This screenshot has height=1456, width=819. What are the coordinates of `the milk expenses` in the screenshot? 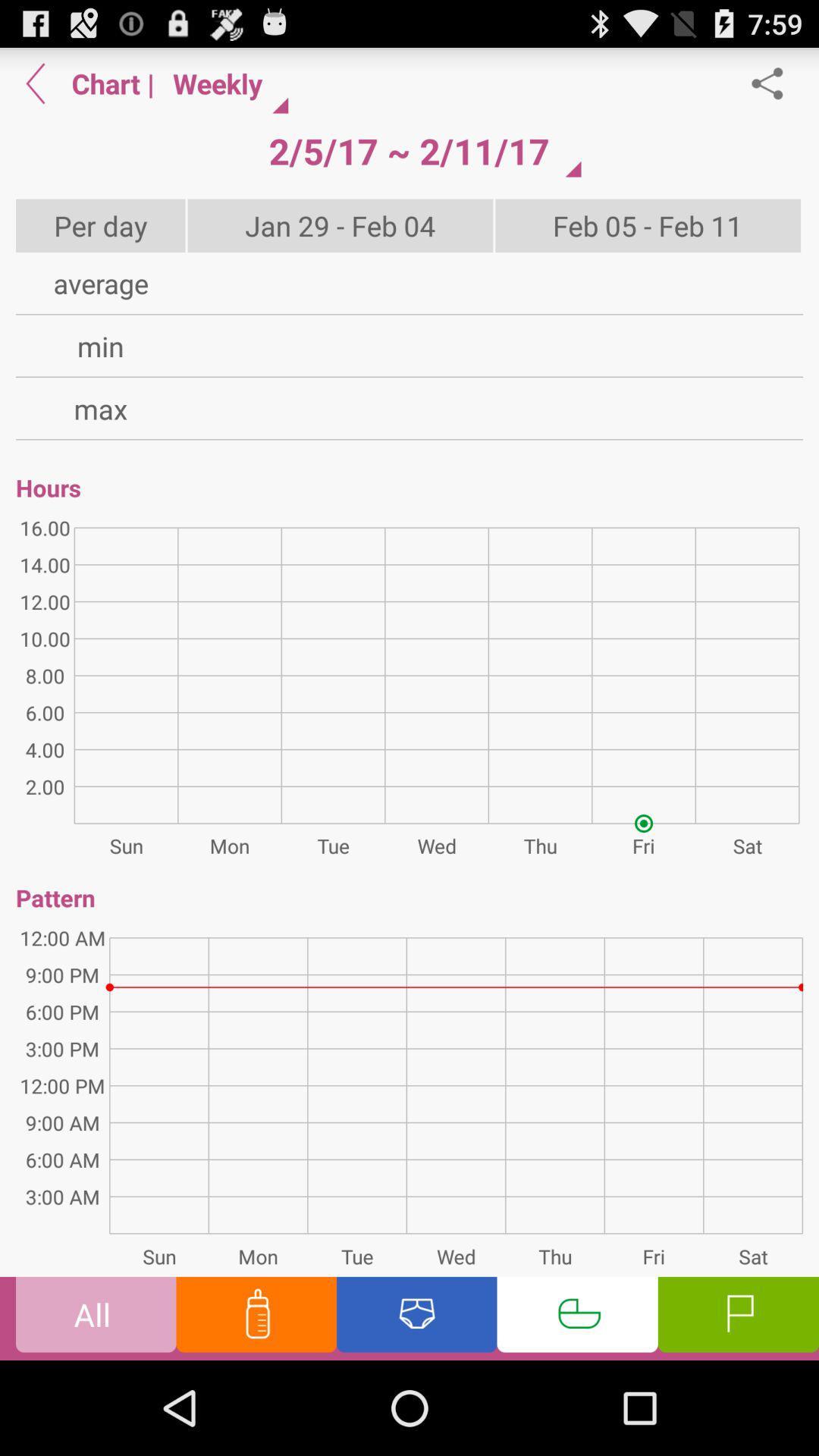 It's located at (256, 1317).